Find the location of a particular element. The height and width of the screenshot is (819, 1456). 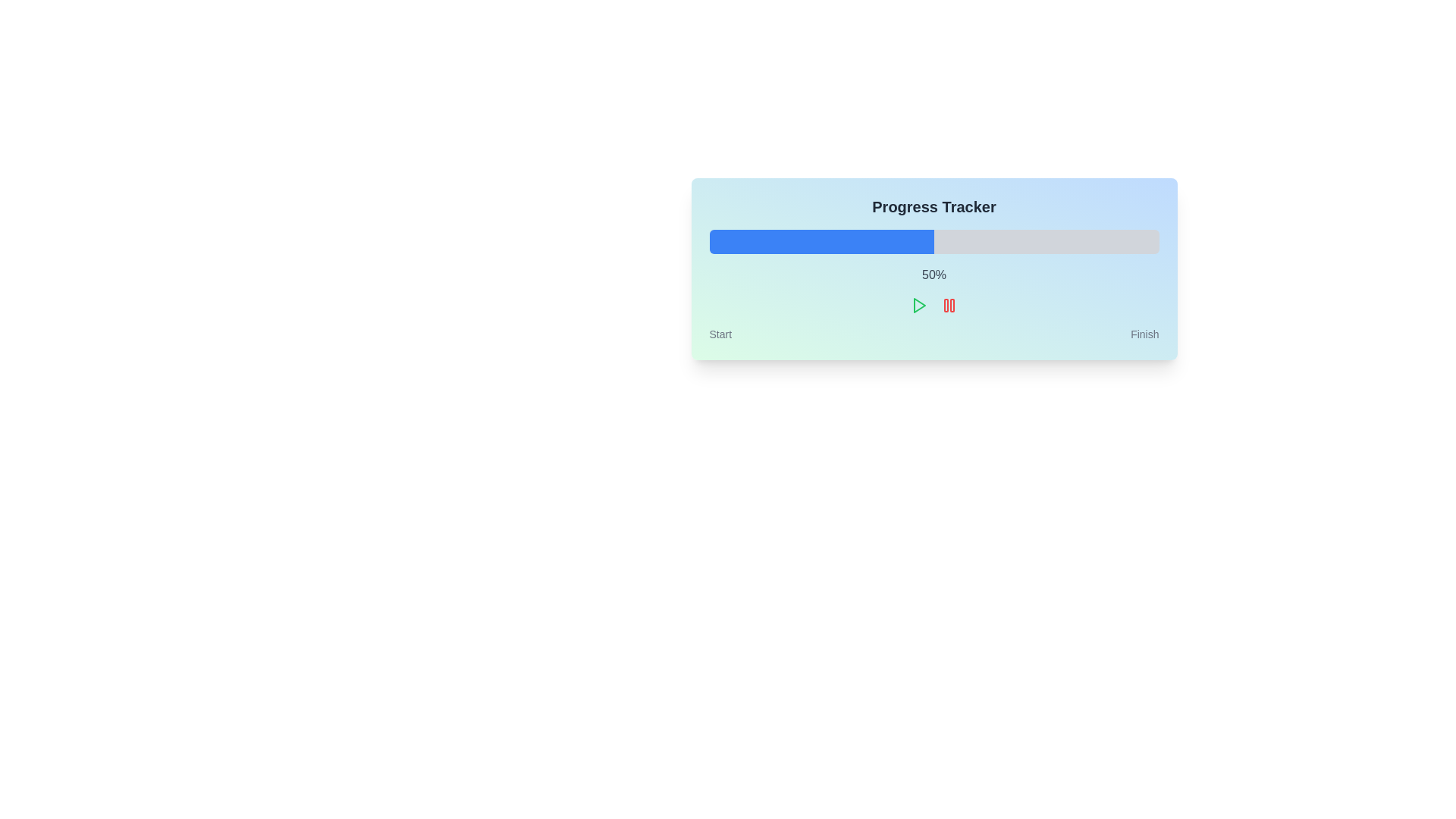

the left vertical bar of the pause button icon is located at coordinates (946, 305).